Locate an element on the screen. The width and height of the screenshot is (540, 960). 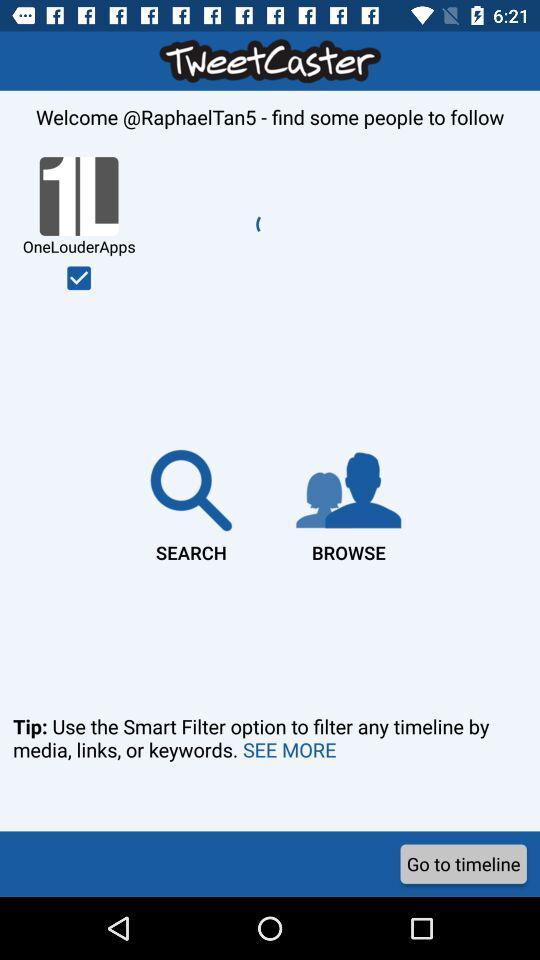
browse icon is located at coordinates (347, 501).